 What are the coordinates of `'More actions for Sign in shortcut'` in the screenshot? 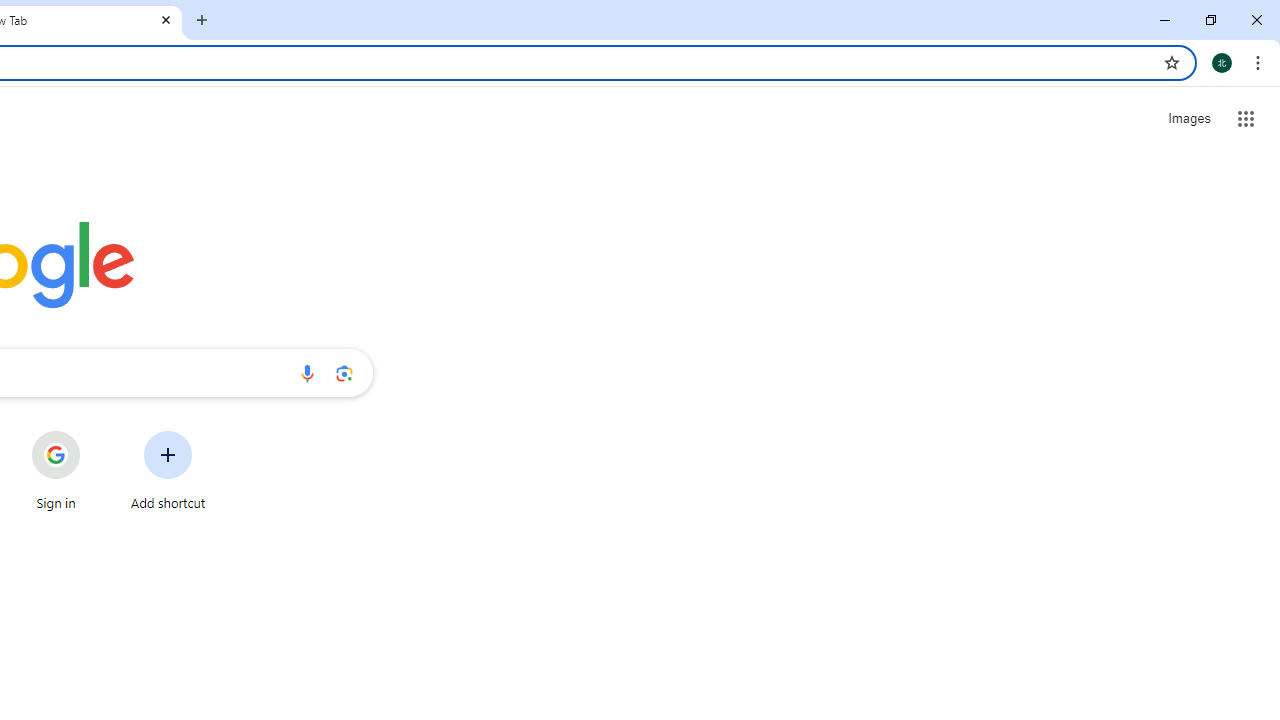 It's located at (95, 432).